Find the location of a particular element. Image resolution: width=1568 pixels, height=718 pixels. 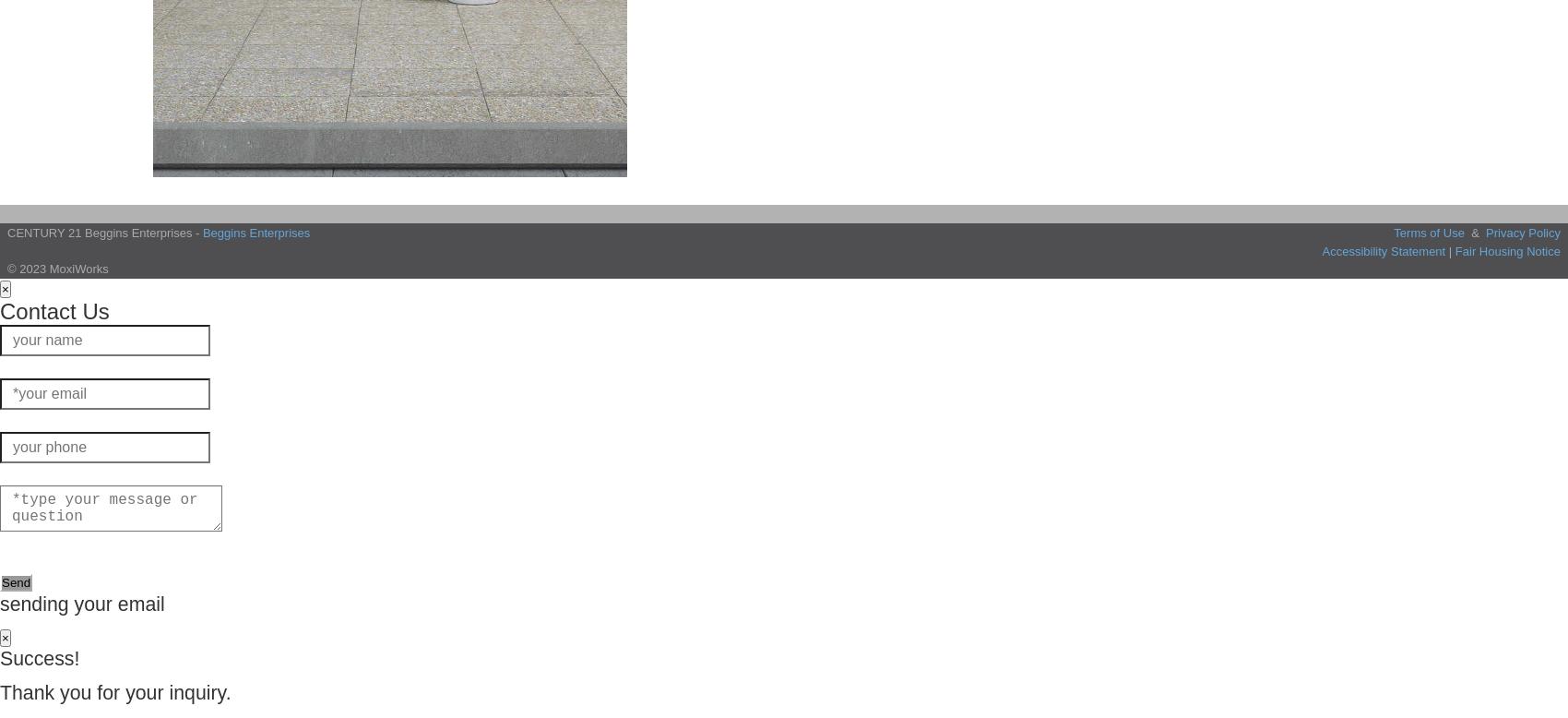

'sending your email' is located at coordinates (82, 603).